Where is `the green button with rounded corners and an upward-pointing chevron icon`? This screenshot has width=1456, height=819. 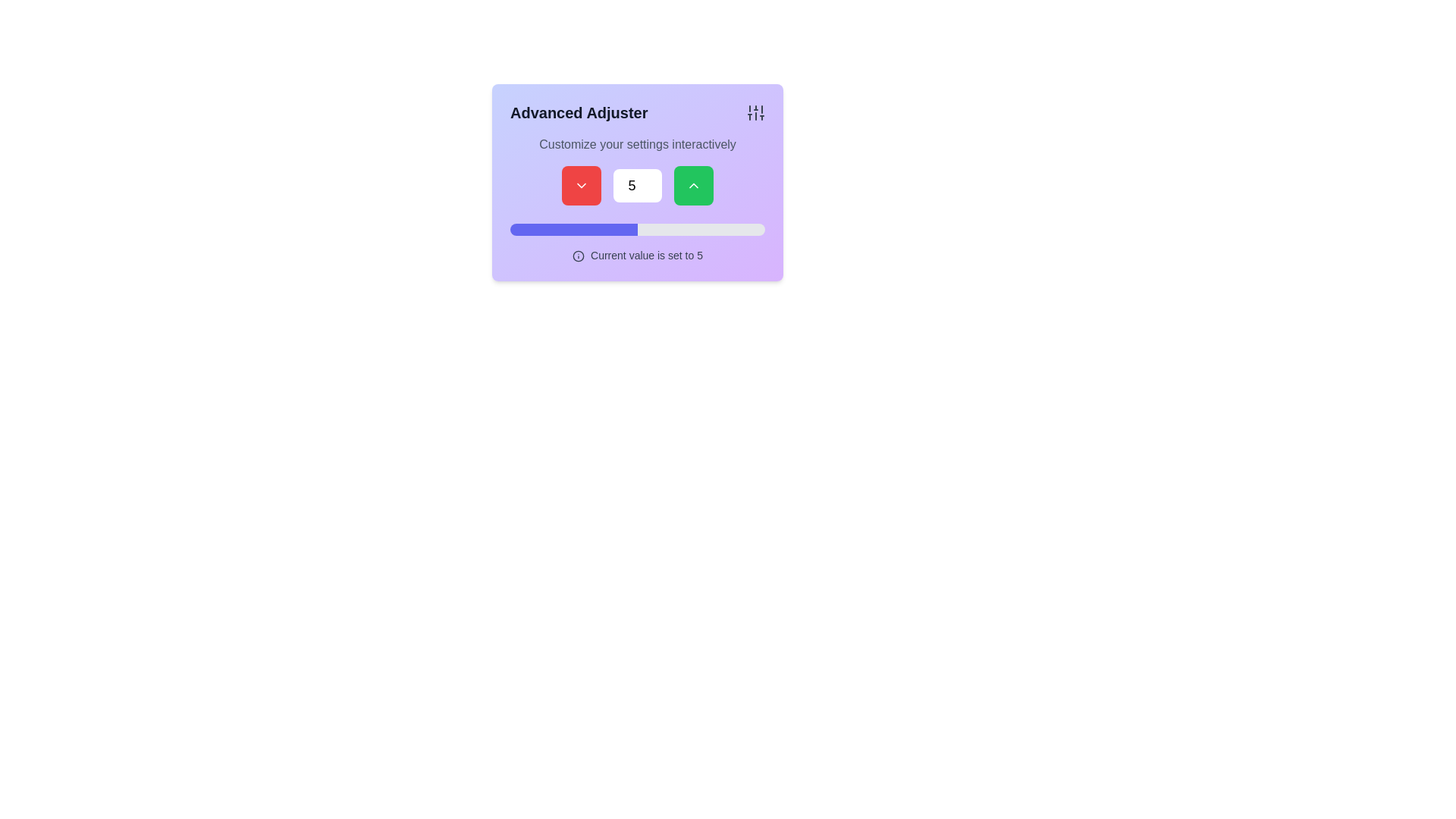
the green button with rounded corners and an upward-pointing chevron icon is located at coordinates (693, 185).